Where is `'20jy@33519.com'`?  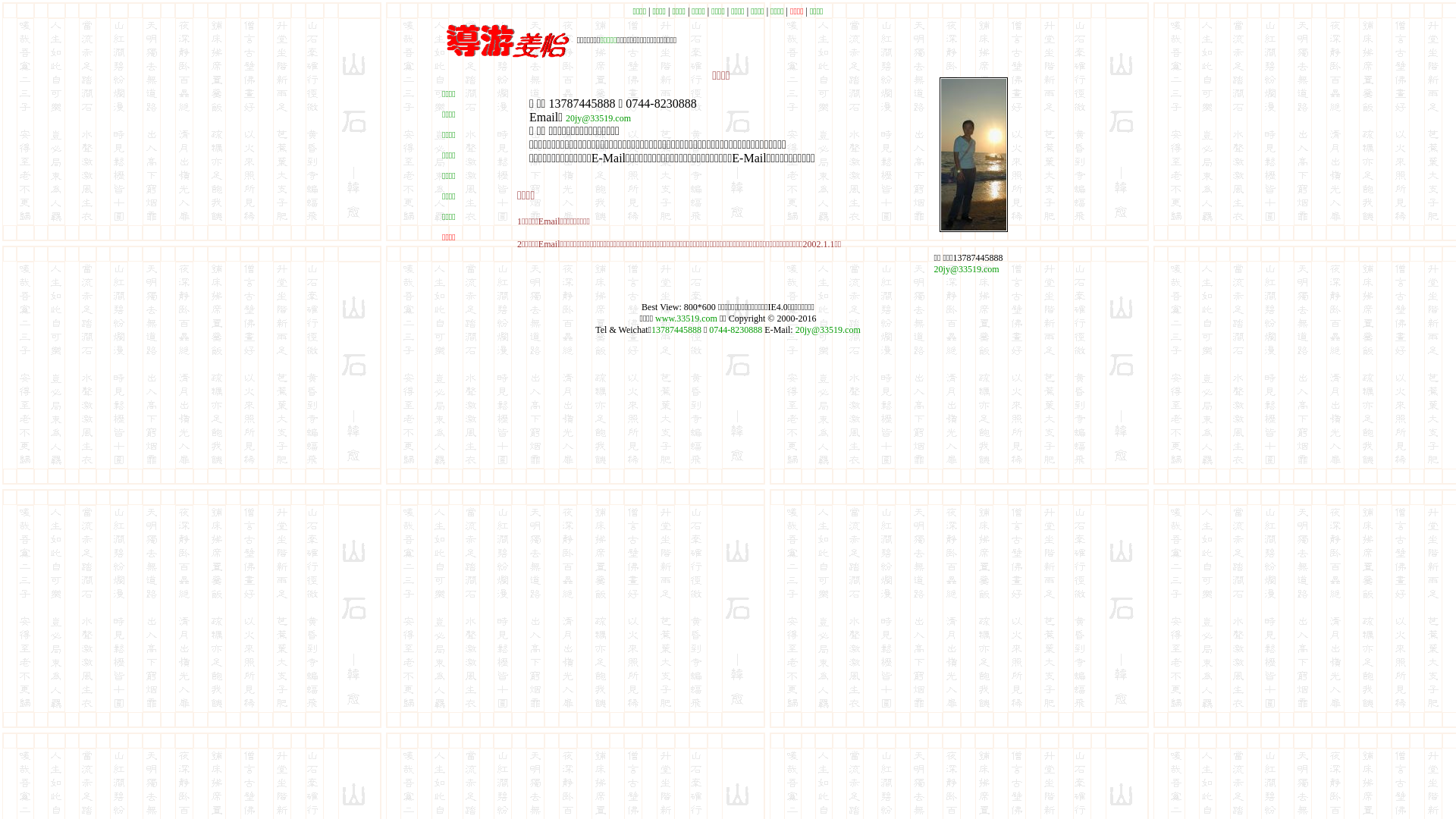
'20jy@33519.com' is located at coordinates (827, 329).